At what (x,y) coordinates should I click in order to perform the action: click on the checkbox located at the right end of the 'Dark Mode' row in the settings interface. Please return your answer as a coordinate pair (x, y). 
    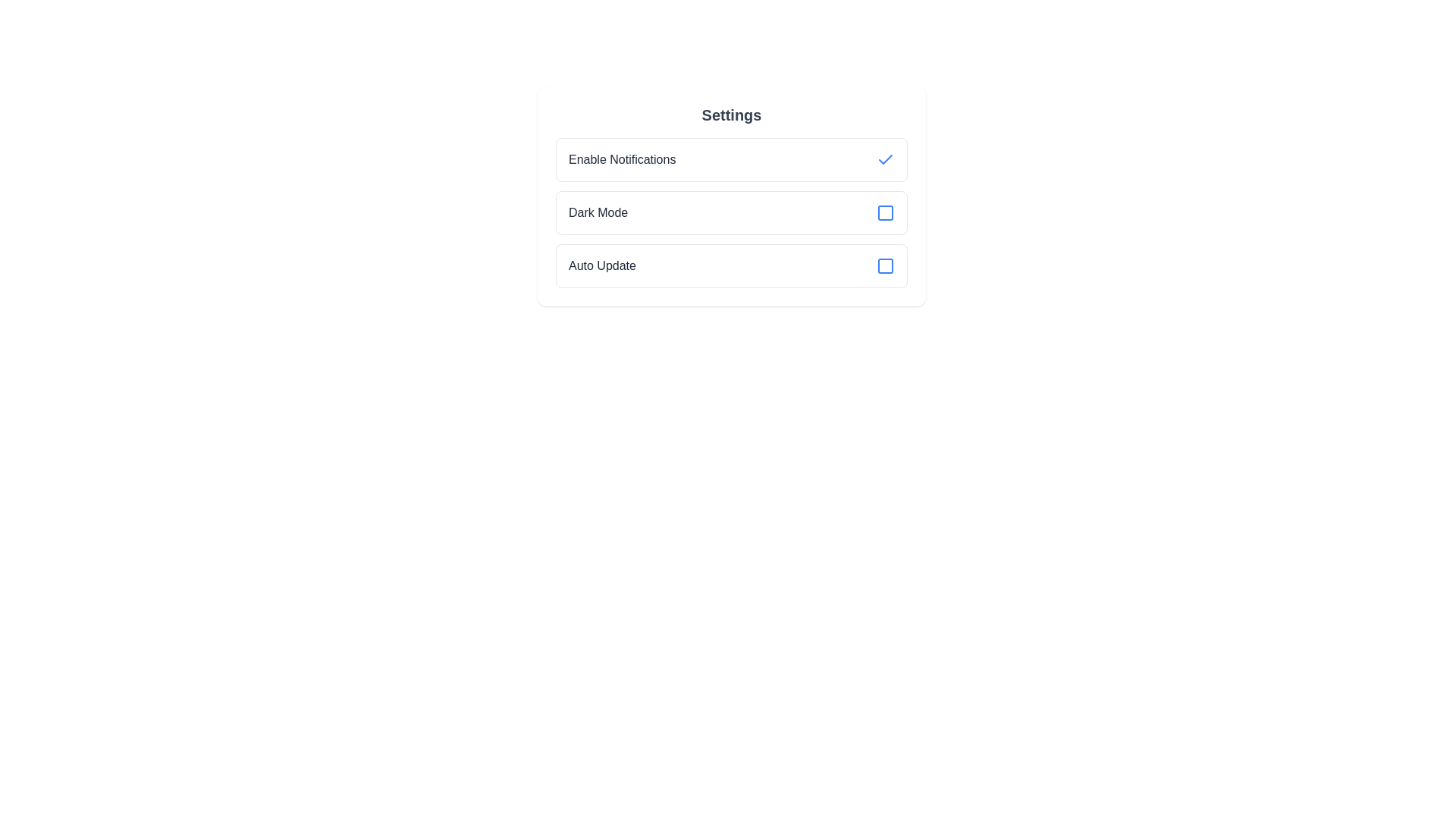
    Looking at the image, I should click on (885, 213).